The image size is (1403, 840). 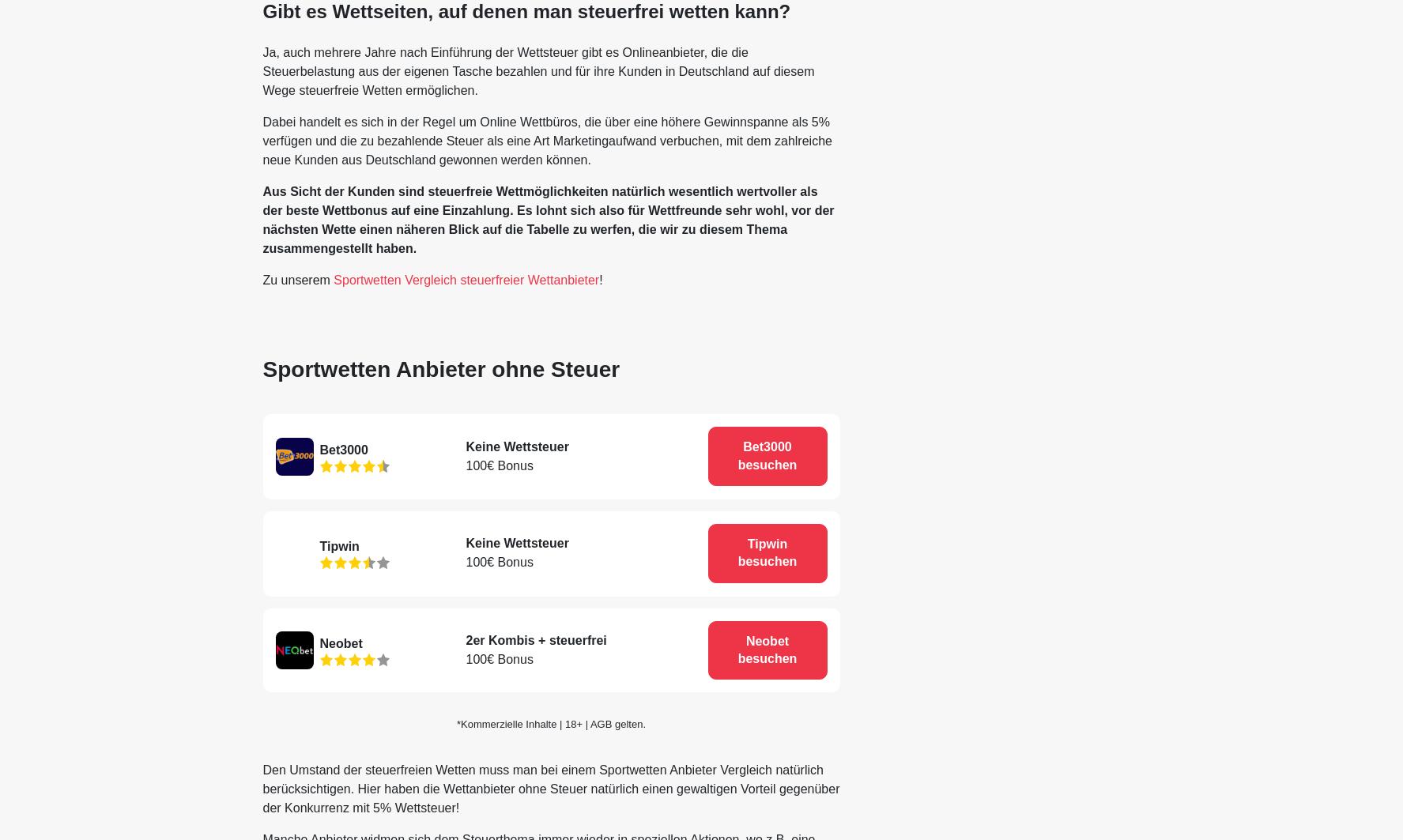 What do you see at coordinates (440, 368) in the screenshot?
I see `'Sportwetten Anbieter ohne Steuer'` at bounding box center [440, 368].